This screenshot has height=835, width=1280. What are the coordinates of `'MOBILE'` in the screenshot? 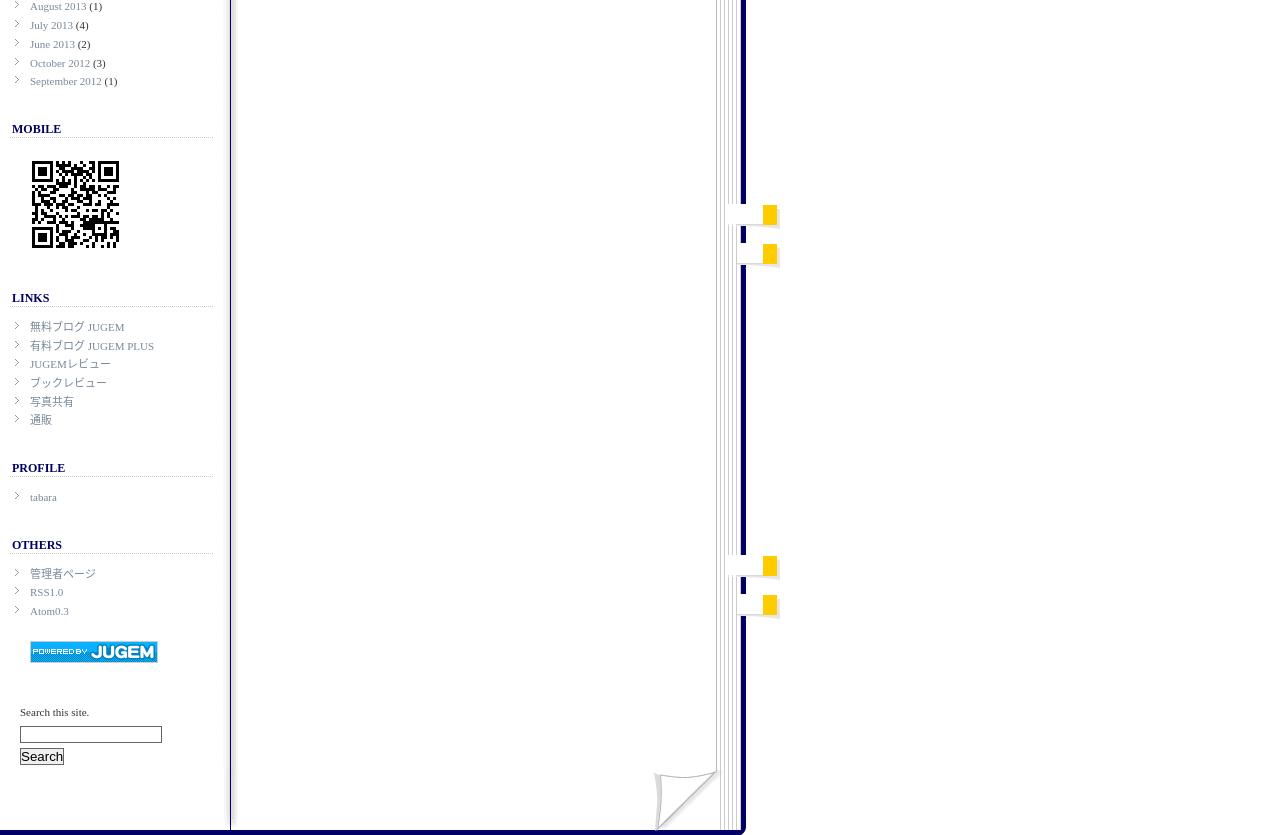 It's located at (36, 127).